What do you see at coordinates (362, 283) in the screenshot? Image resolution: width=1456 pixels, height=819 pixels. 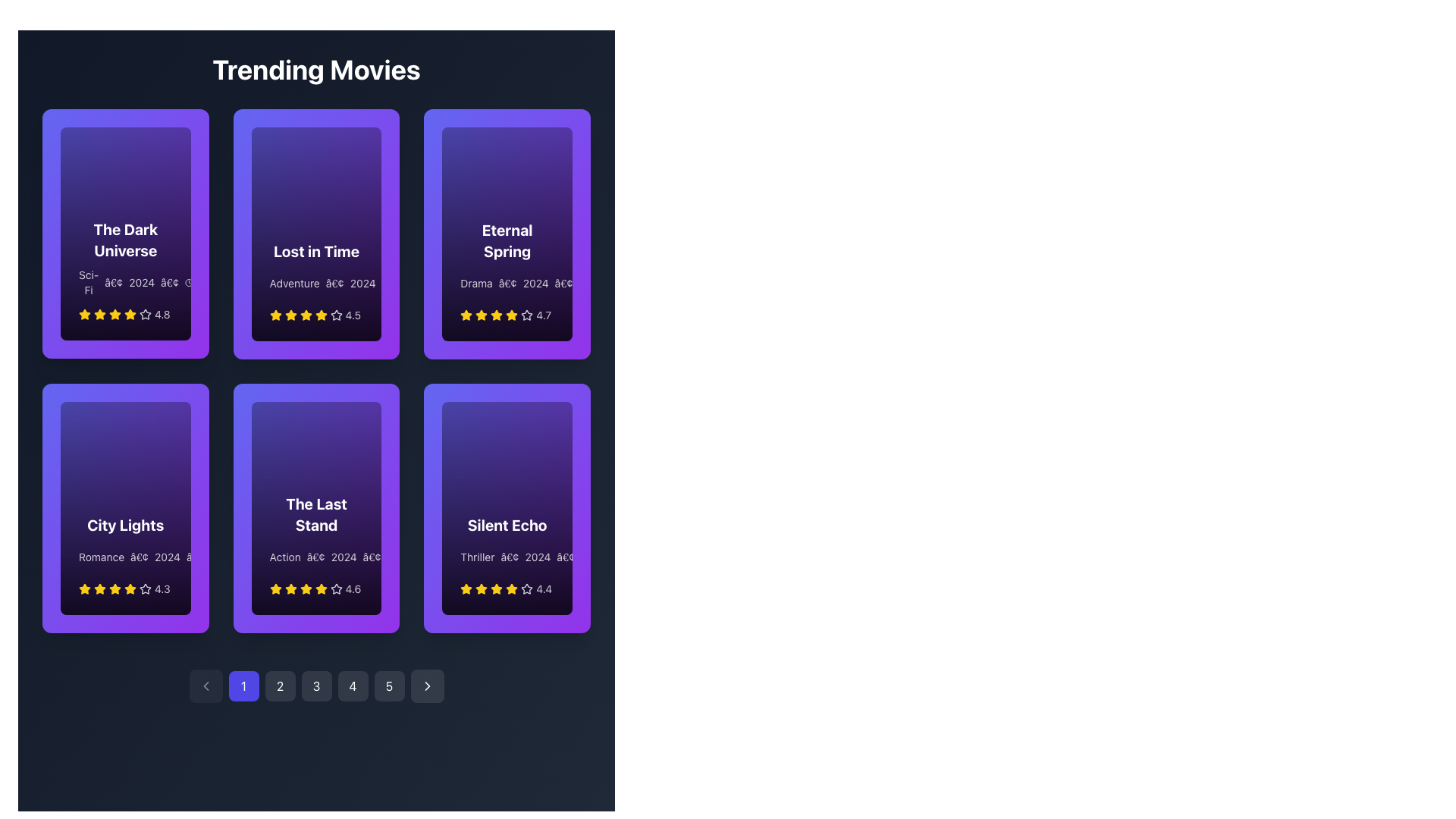 I see `the text label displaying '2024' in white sans-serif font on a dark purple background, located in the movie information card for 'Lost in Time'` at bounding box center [362, 283].